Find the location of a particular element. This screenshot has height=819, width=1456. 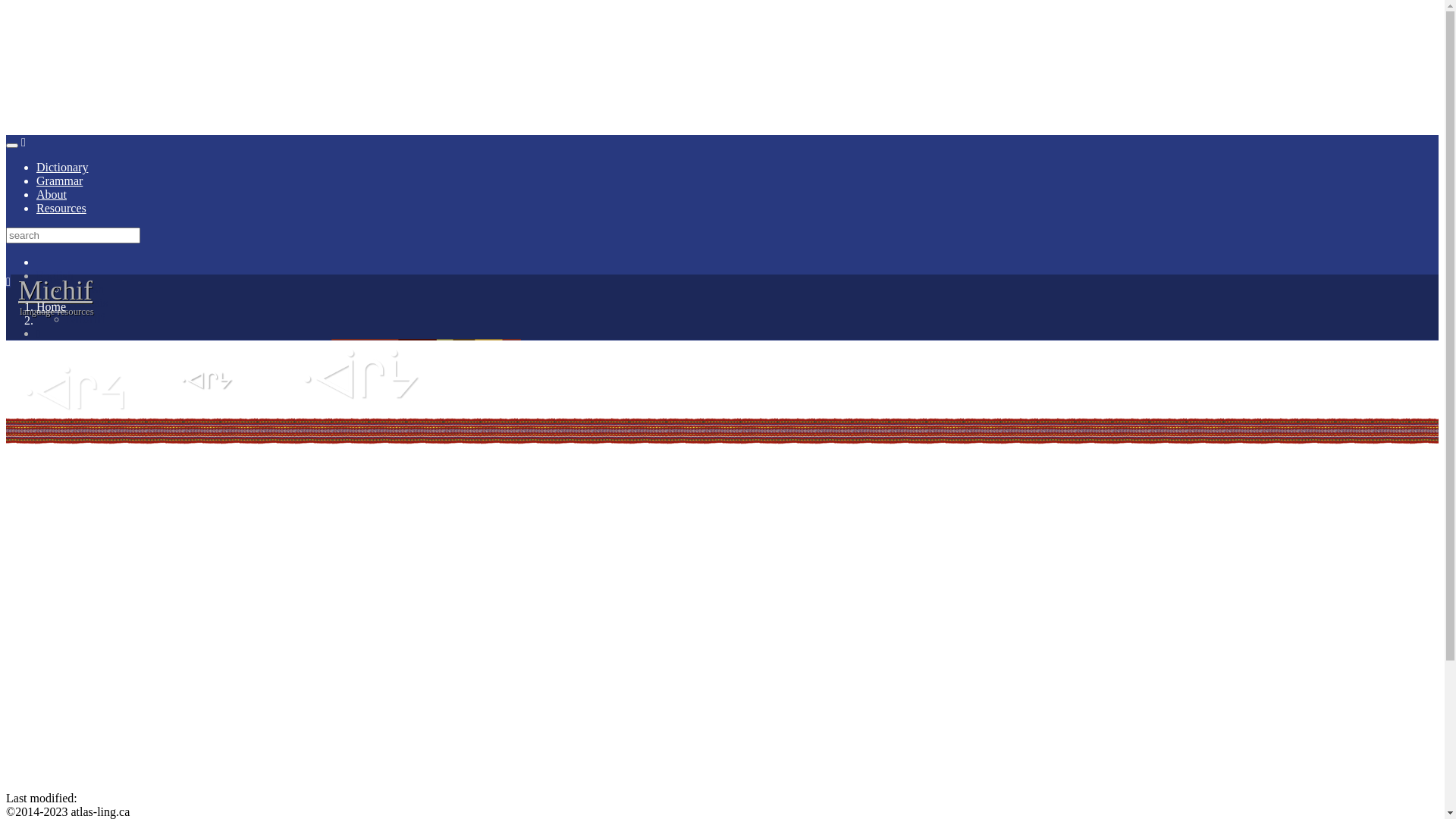

'Dictionary' is located at coordinates (61, 167).